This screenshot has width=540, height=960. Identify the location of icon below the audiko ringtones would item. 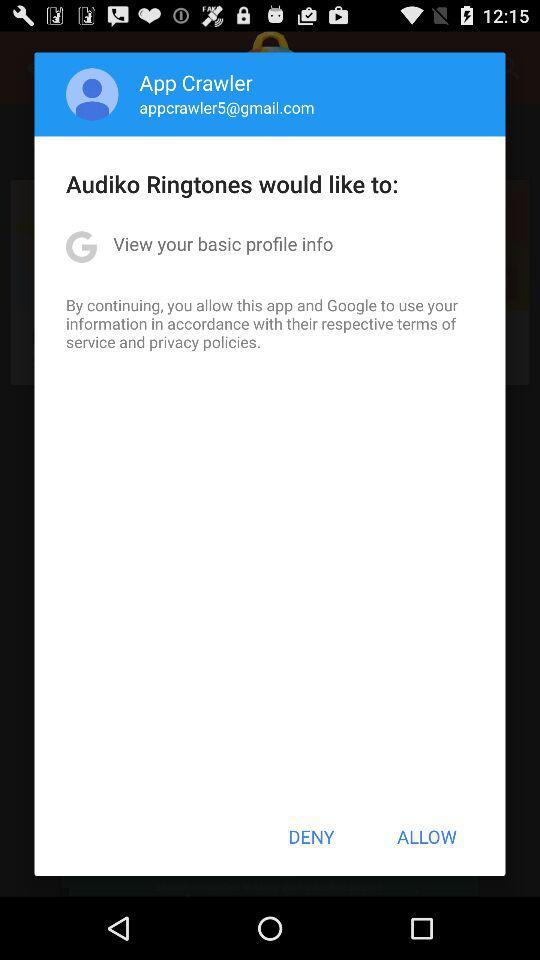
(222, 242).